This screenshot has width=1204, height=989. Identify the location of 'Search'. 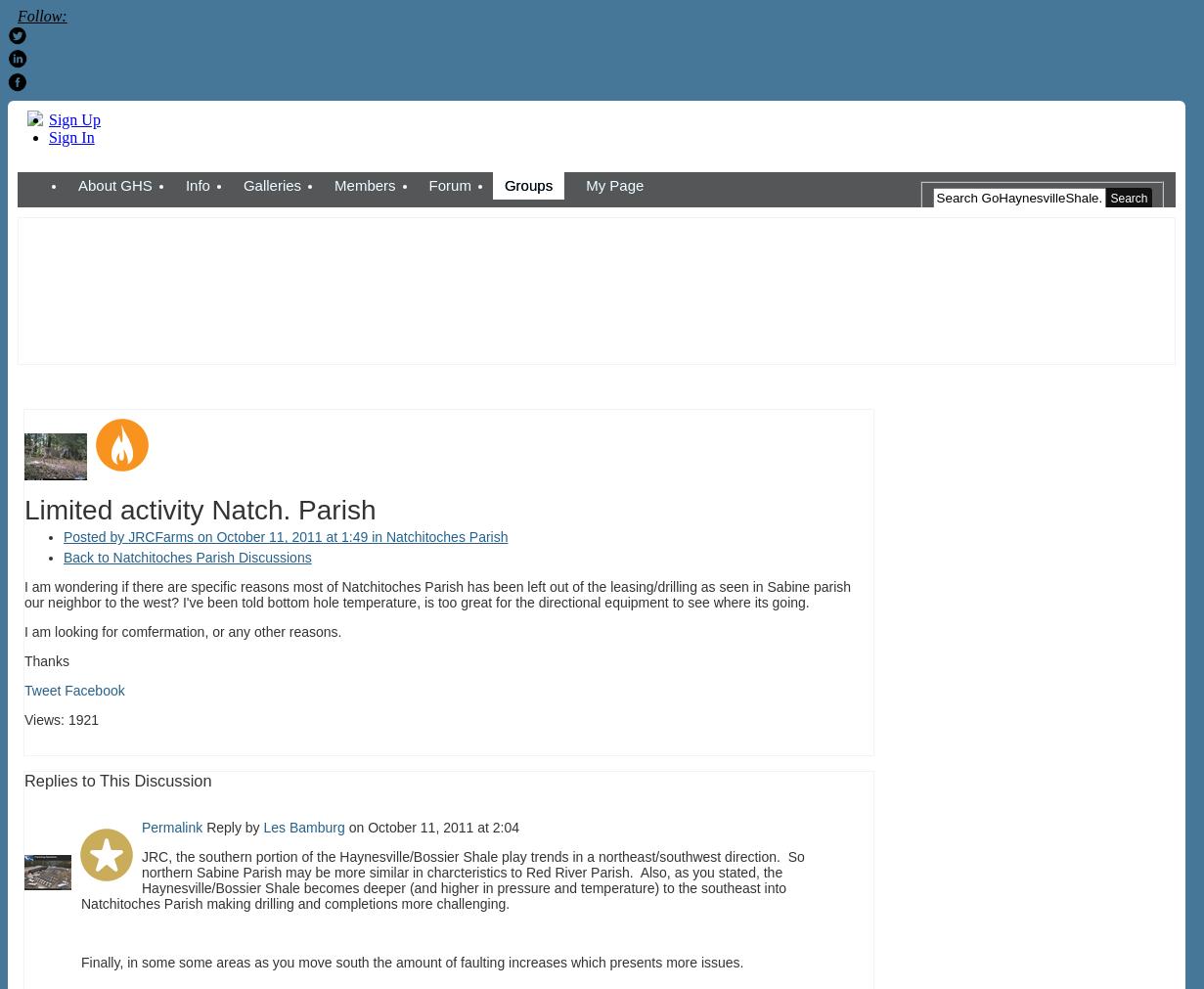
(1127, 197).